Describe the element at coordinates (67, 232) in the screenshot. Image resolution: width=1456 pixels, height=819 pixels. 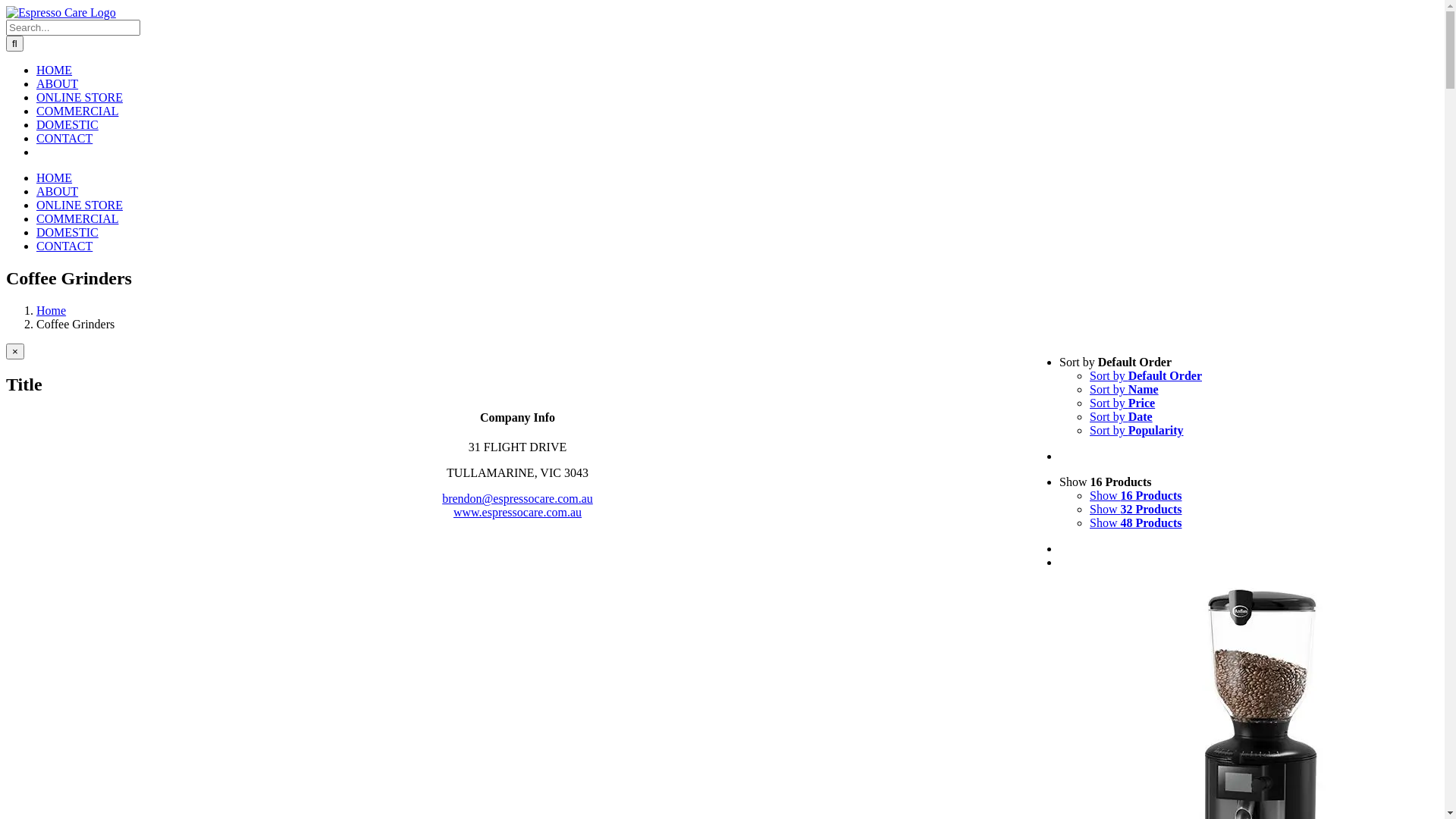
I see `'DOMESTIC'` at that location.